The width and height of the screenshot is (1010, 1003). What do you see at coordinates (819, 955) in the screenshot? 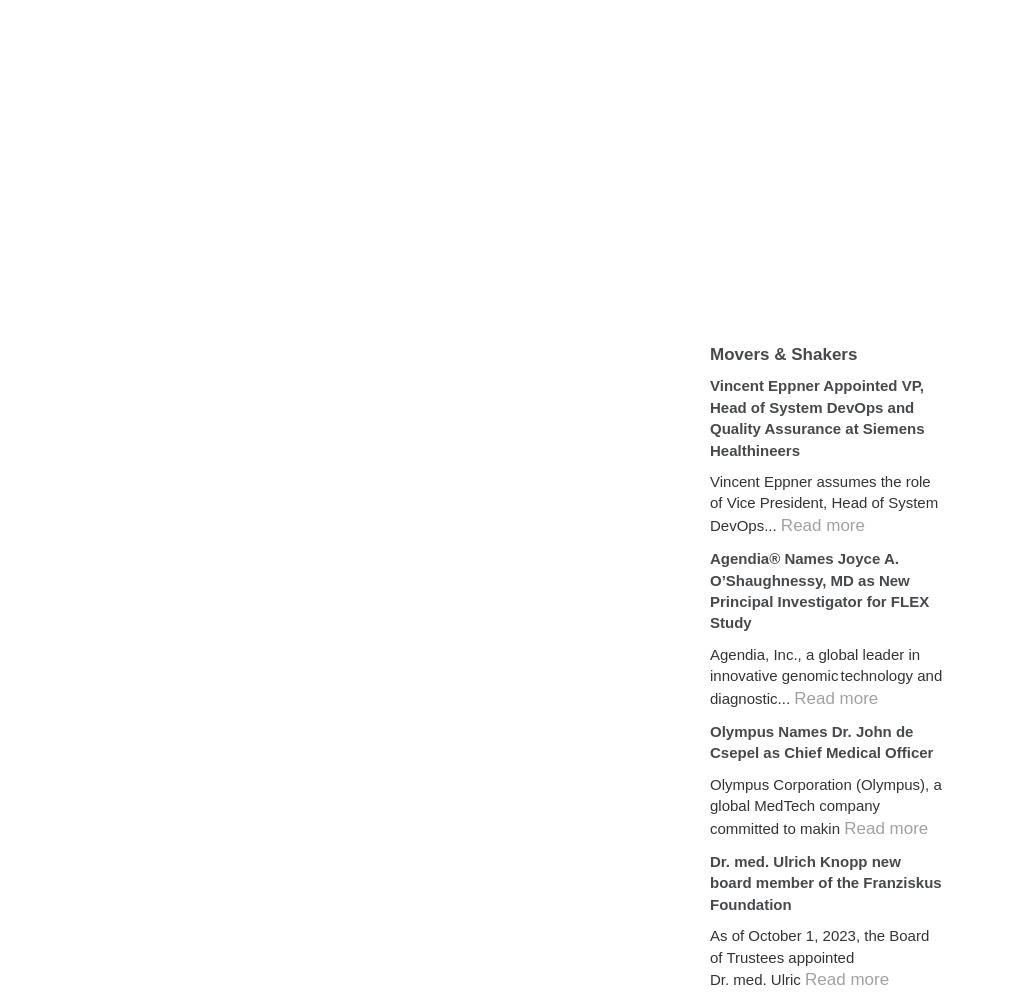
I see `'As of October 1, 2023, the Board of Trustees appointed Dr. med. Ulric'` at bounding box center [819, 955].